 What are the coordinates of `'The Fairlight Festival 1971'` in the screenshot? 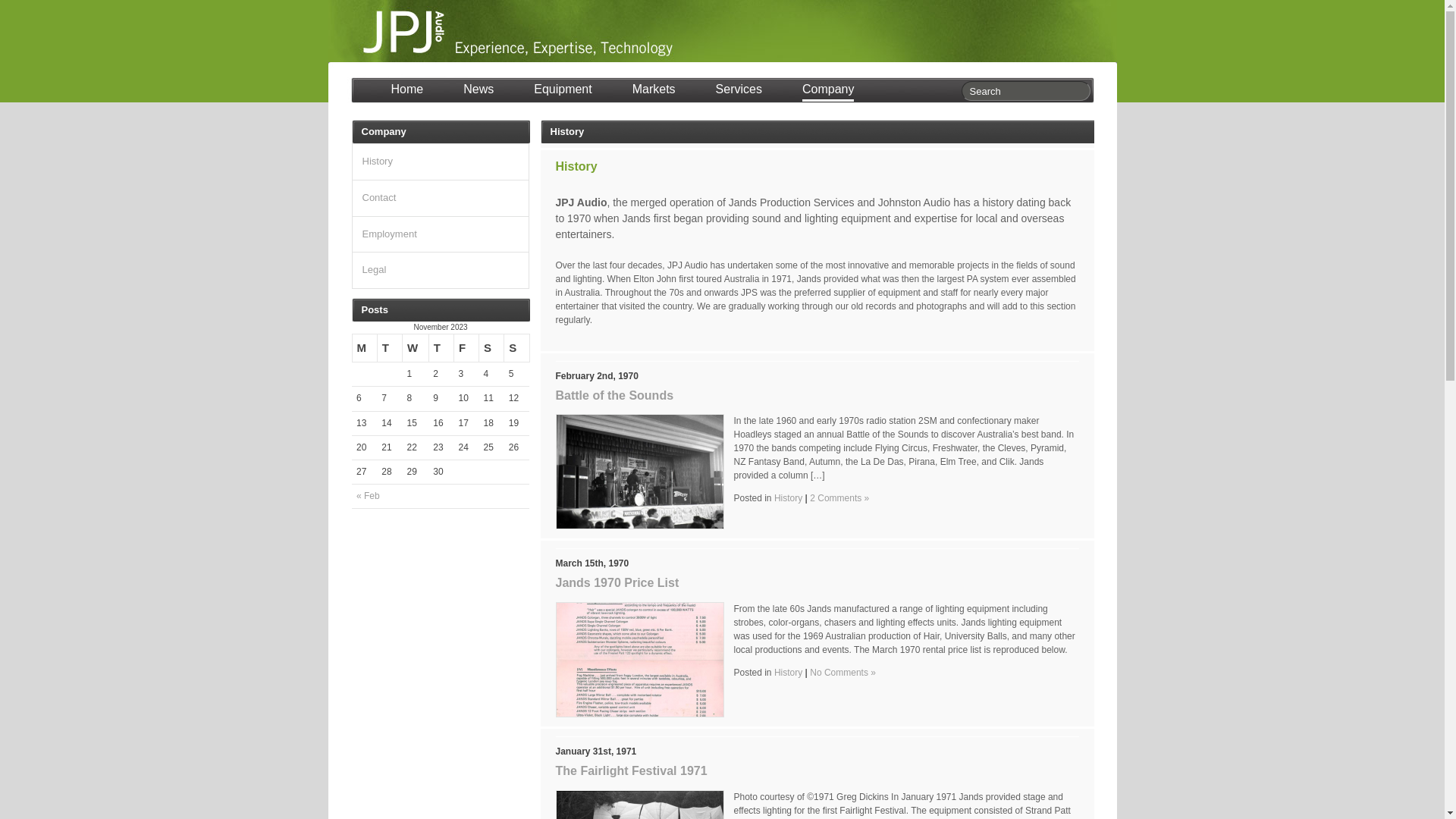 It's located at (554, 770).